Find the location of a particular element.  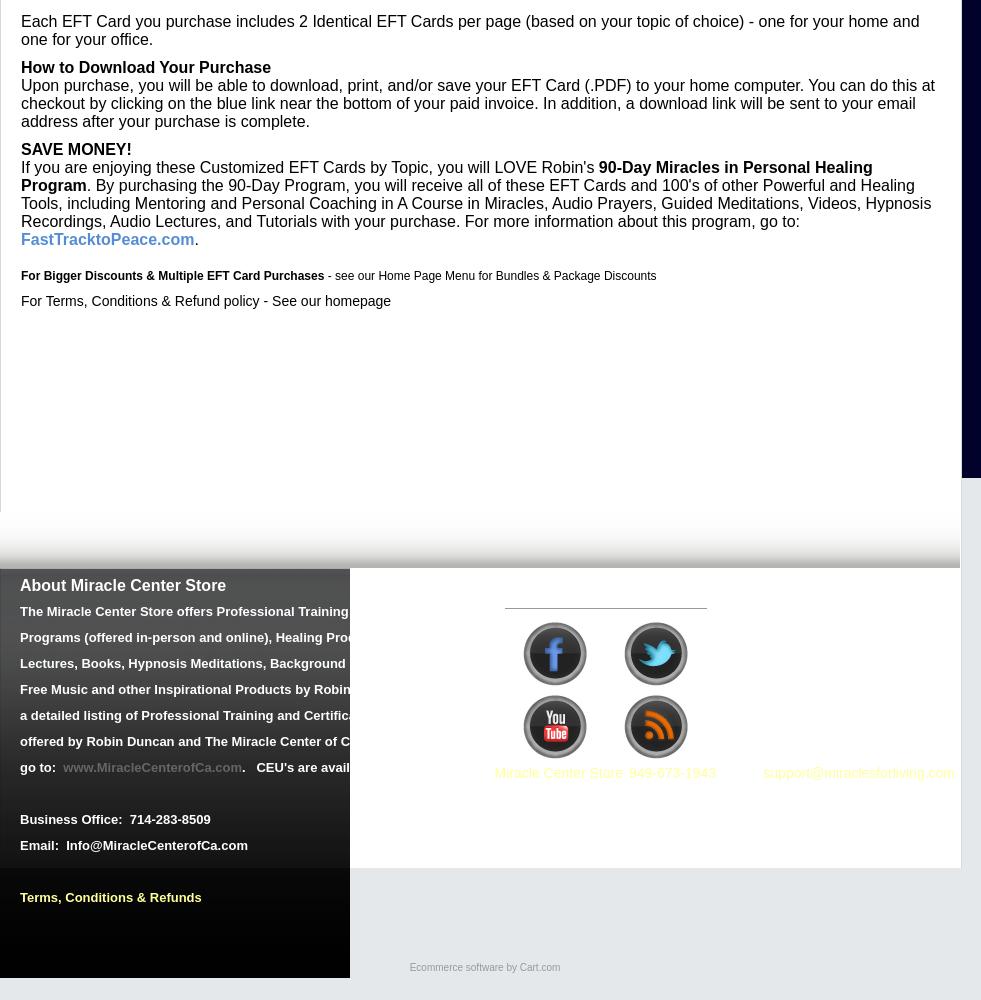

'FastTracktoPeace.com' is located at coordinates (106, 238).